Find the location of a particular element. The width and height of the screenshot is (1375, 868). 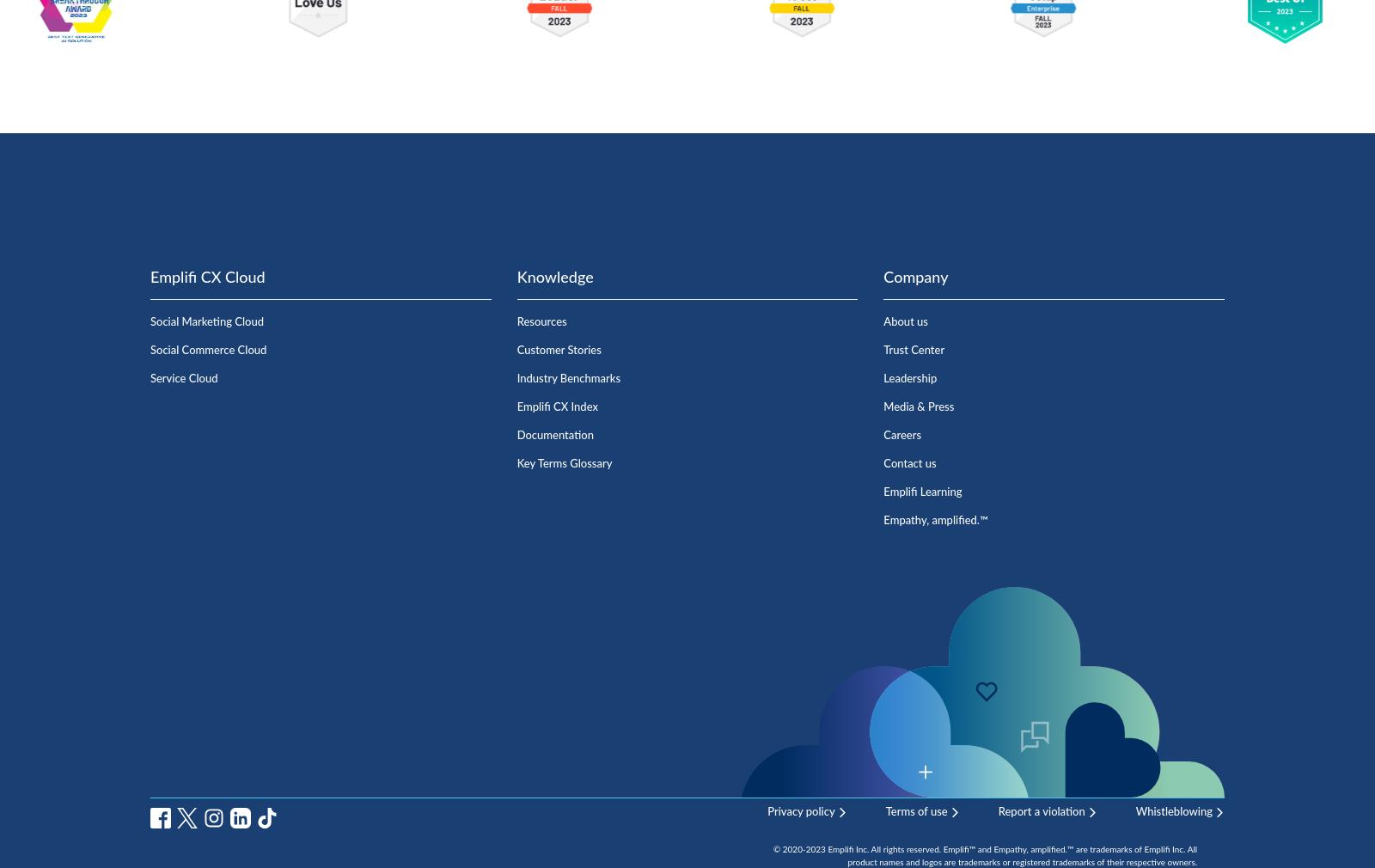

'Terms of use' is located at coordinates (885, 811).